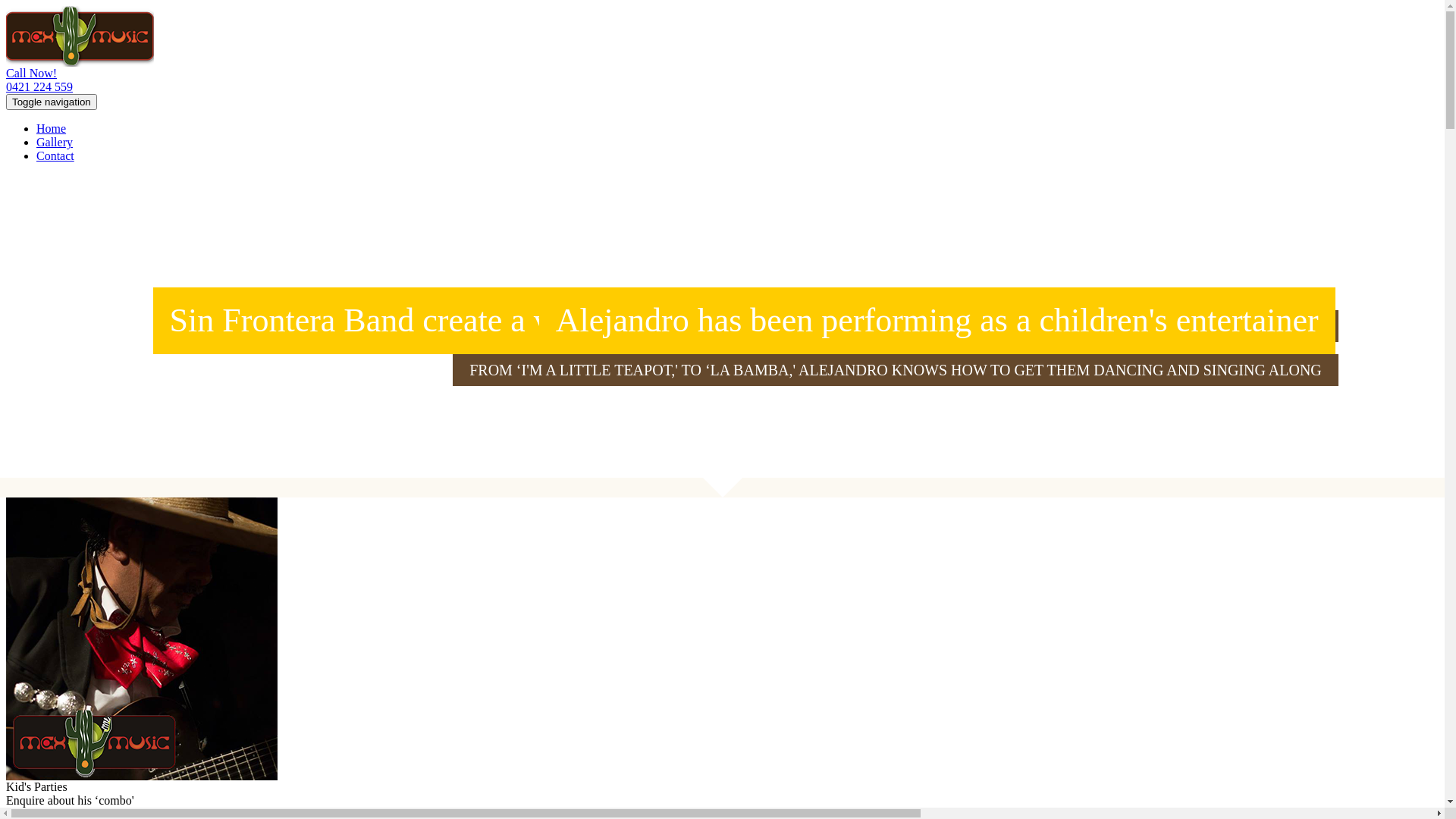 Image resolution: width=1456 pixels, height=819 pixels. What do you see at coordinates (51, 127) in the screenshot?
I see `'Home'` at bounding box center [51, 127].